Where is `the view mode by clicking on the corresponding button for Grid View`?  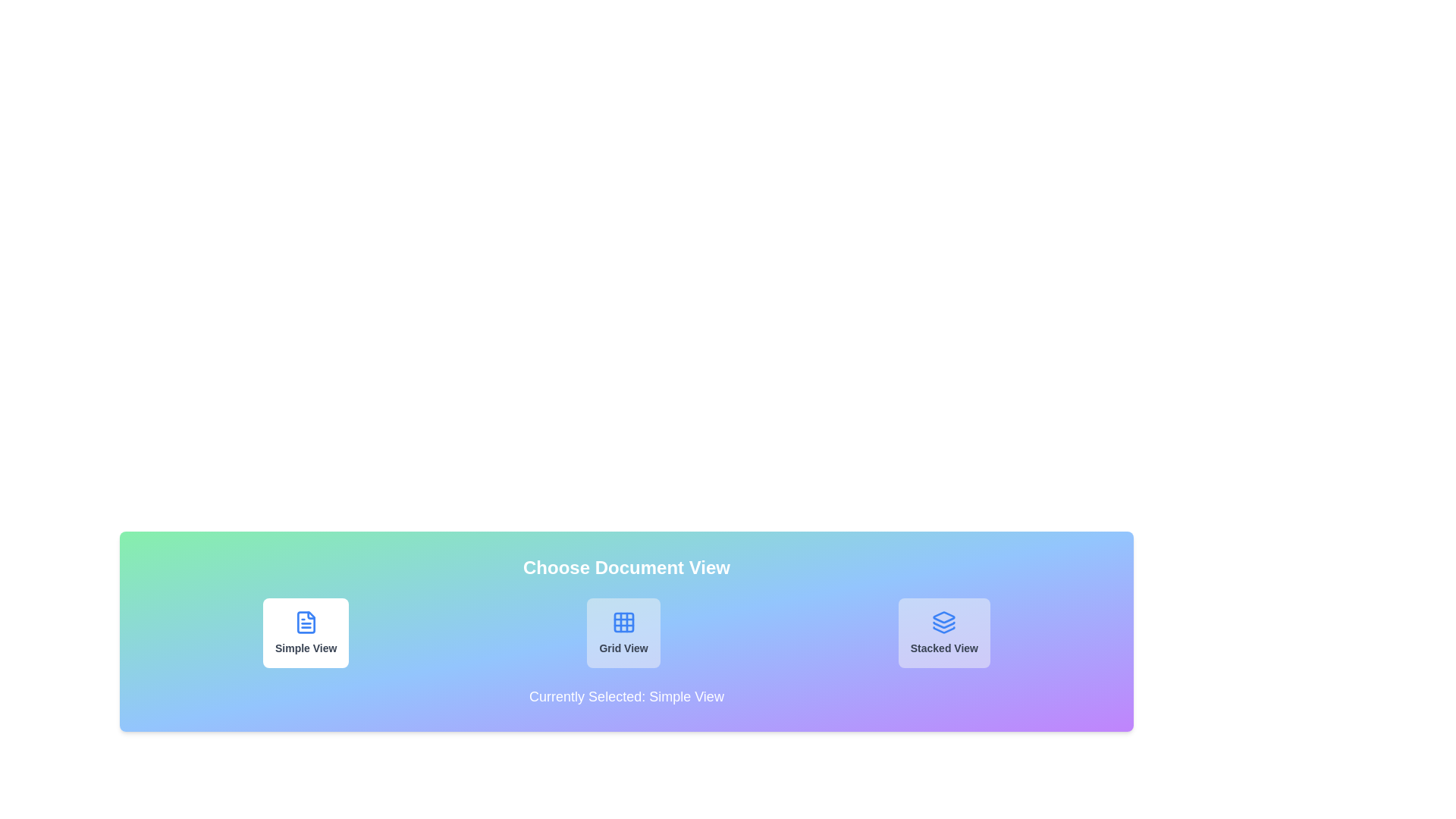 the view mode by clicking on the corresponding button for Grid View is located at coordinates (623, 632).